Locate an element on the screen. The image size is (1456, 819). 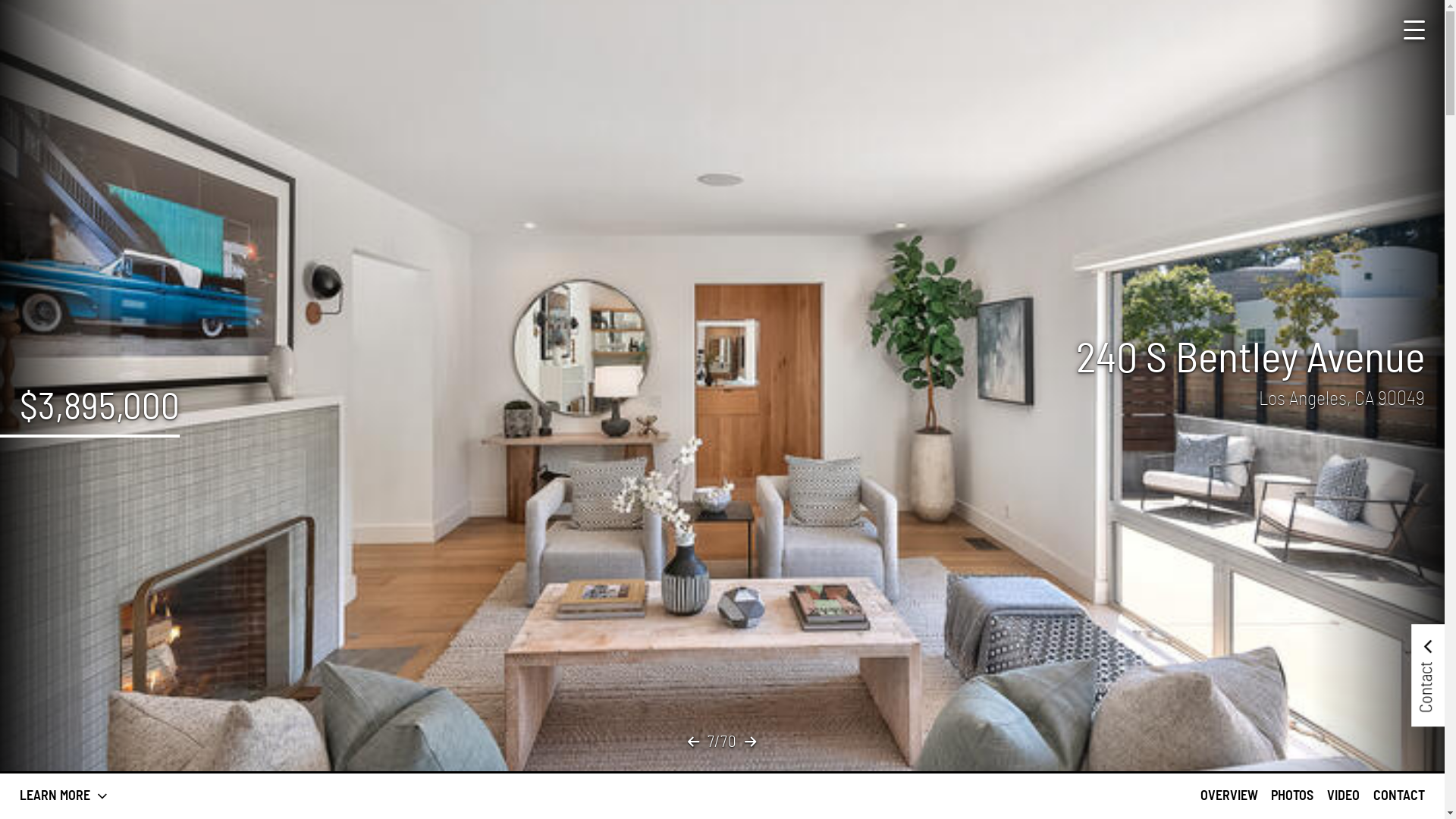
'CONTACT' is located at coordinates (1398, 795).